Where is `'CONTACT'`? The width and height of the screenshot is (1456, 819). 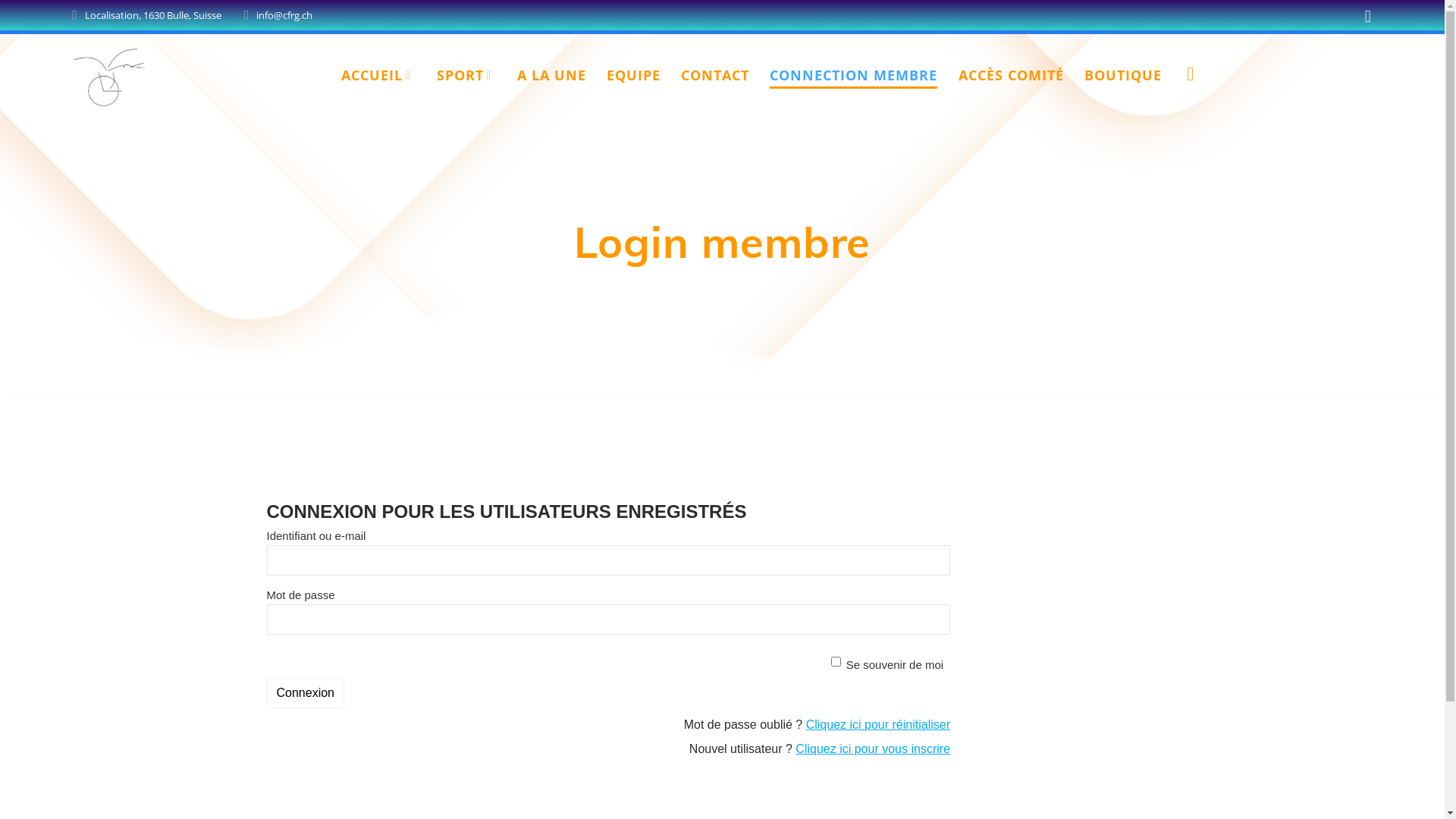
'CONTACT' is located at coordinates (714, 76).